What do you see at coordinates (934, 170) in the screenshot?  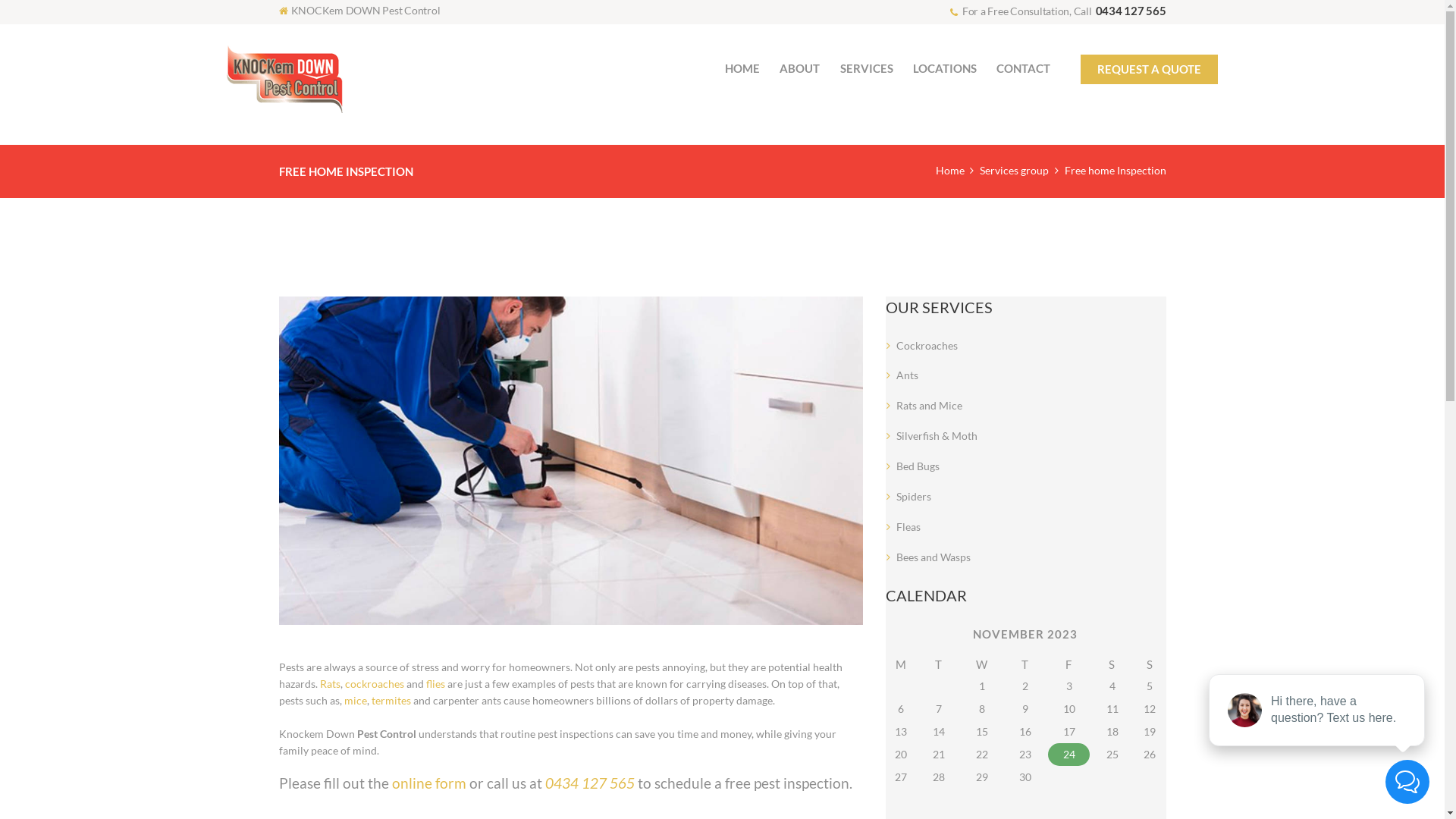 I see `'Home'` at bounding box center [934, 170].